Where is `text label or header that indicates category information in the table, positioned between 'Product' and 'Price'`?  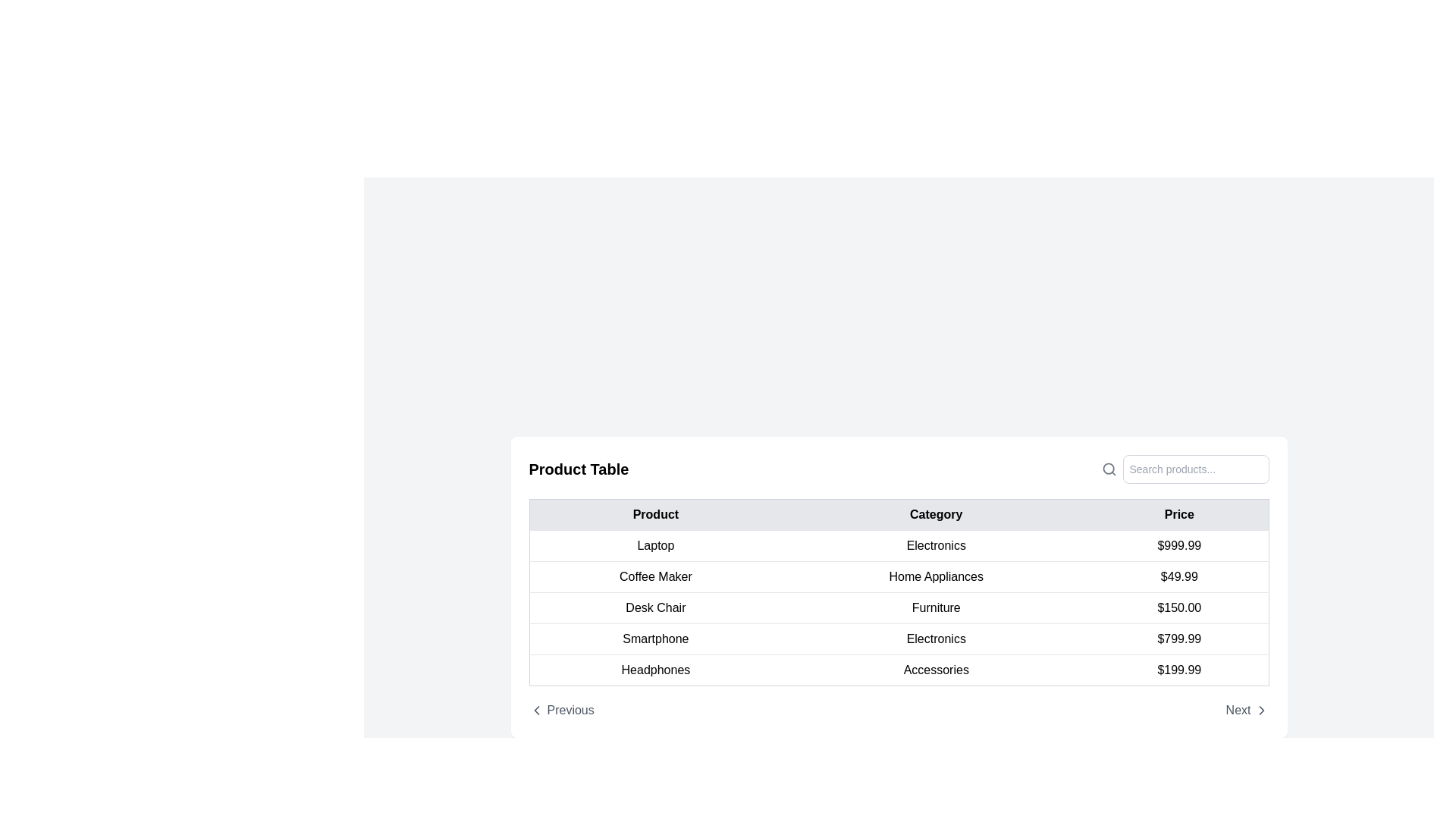
text label or header that indicates category information in the table, positioned between 'Product' and 'Price' is located at coordinates (935, 513).